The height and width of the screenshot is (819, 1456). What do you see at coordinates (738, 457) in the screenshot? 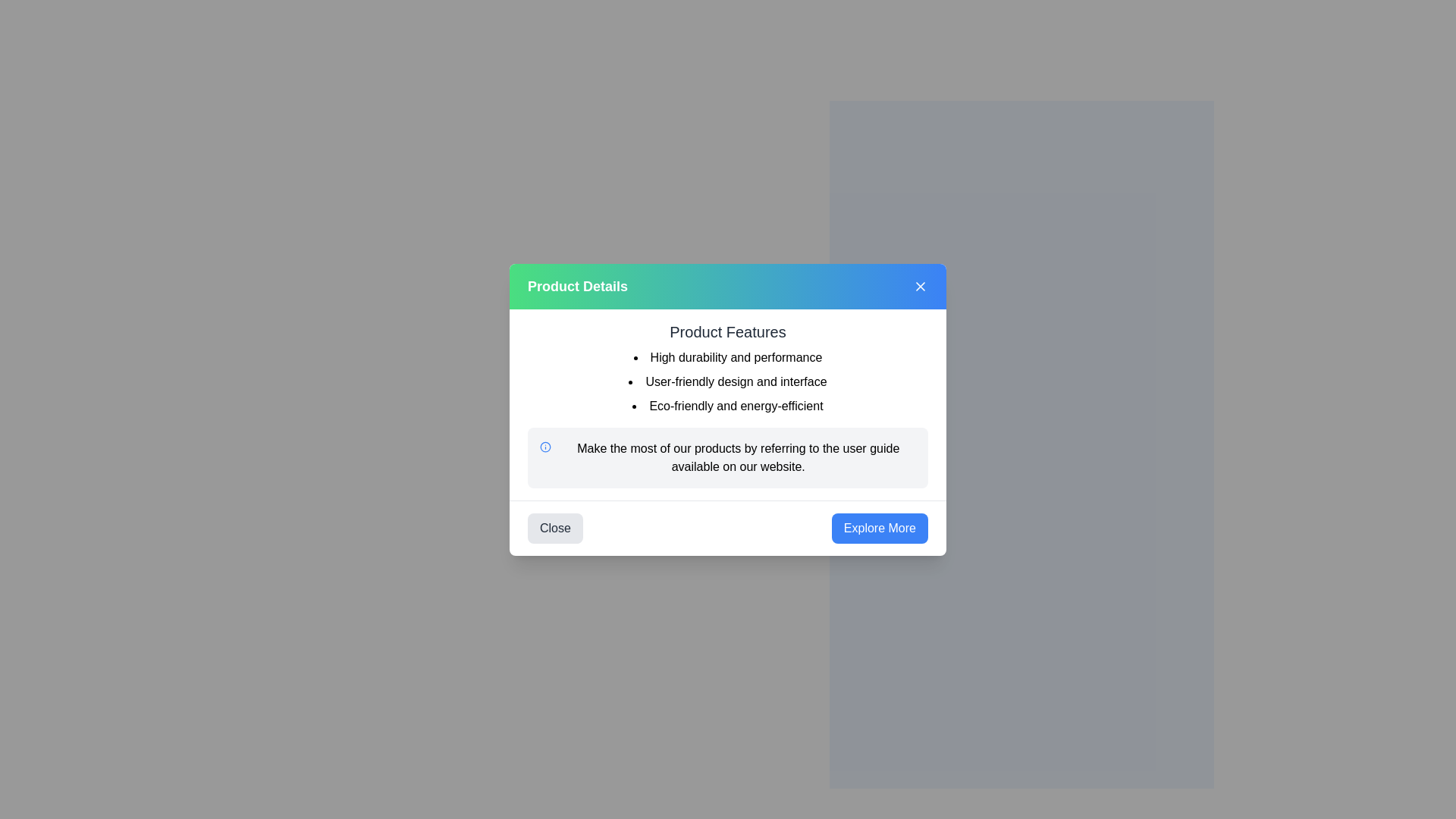
I see `the text block that contains the phrase 'Make the most of our products by referring to the user guide available on our website.' within the modal dialog under 'Product Features'` at bounding box center [738, 457].